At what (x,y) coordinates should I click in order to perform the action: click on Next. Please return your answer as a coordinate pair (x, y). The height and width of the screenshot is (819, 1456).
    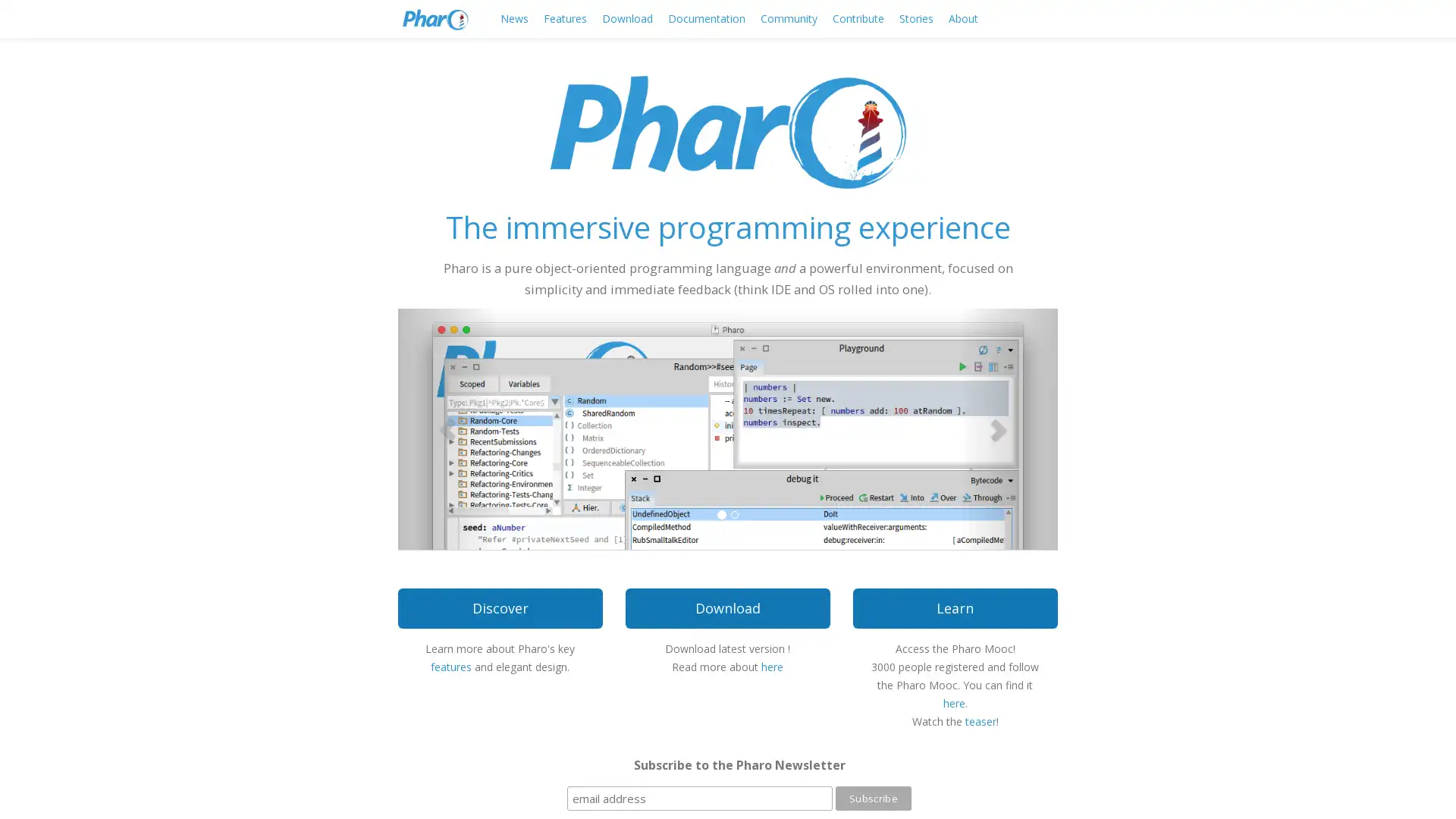
    Looking at the image, I should click on (1008, 428).